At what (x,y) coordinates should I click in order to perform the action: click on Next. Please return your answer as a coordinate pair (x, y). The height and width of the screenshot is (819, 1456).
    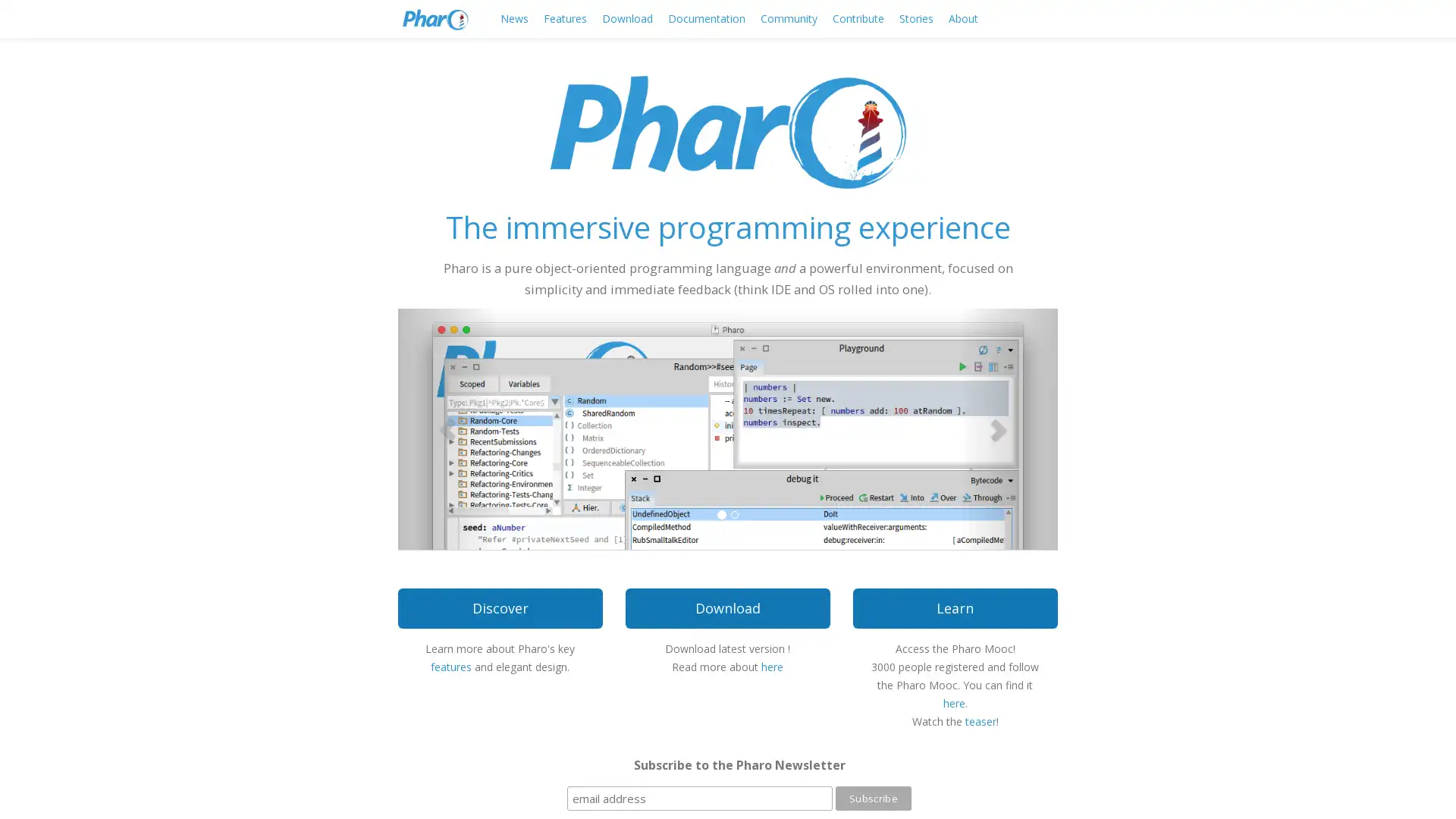
    Looking at the image, I should click on (1008, 428).